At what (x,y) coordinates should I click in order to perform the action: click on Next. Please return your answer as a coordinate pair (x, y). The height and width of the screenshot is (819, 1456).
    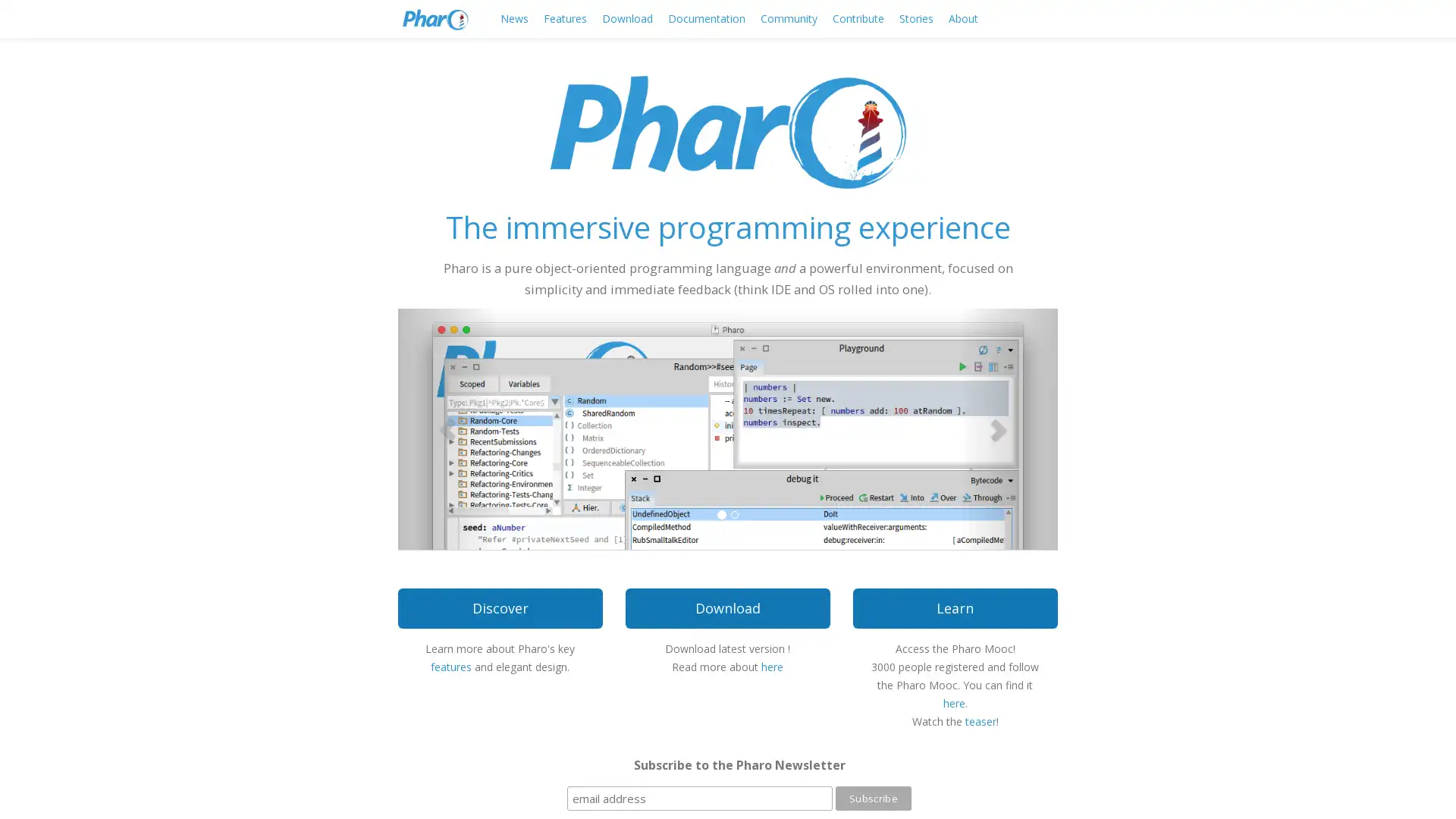
    Looking at the image, I should click on (1008, 428).